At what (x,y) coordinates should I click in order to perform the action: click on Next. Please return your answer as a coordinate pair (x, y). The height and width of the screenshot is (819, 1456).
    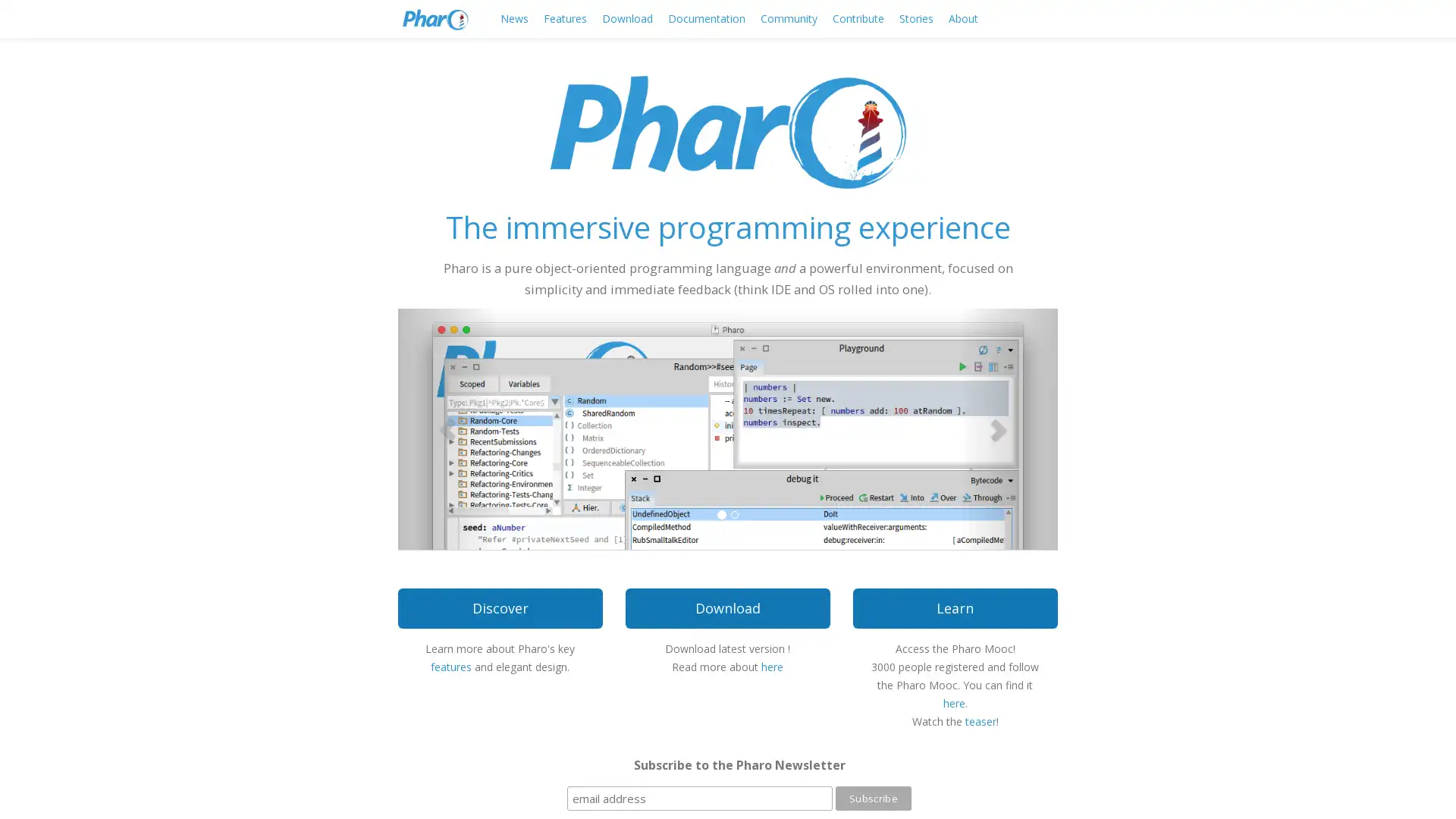
    Looking at the image, I should click on (1008, 428).